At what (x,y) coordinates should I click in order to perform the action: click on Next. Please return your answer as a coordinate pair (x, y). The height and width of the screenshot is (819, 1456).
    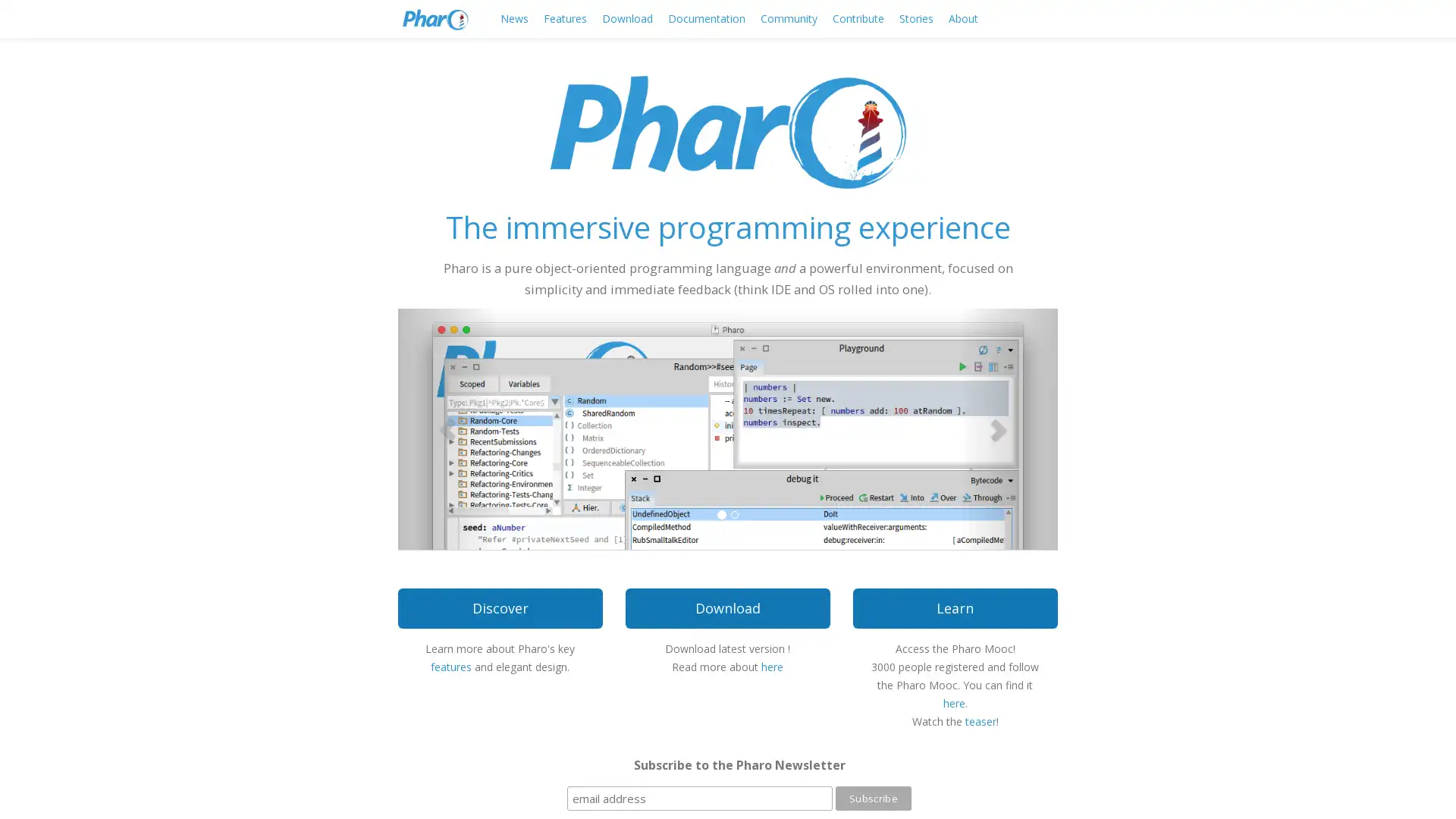
    Looking at the image, I should click on (1008, 428).